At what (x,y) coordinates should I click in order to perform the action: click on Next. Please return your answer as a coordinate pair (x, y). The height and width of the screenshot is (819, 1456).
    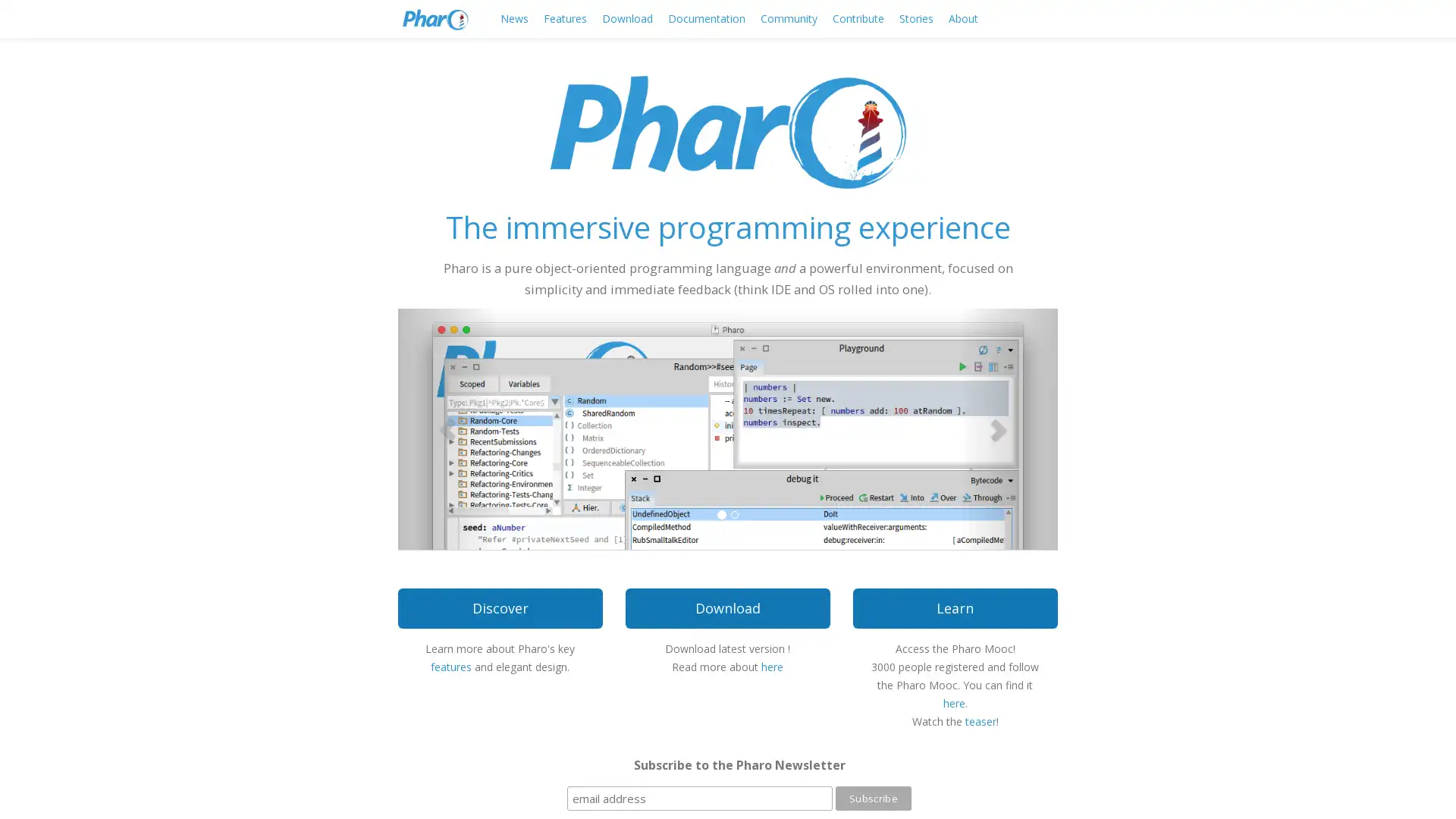
    Looking at the image, I should click on (1008, 428).